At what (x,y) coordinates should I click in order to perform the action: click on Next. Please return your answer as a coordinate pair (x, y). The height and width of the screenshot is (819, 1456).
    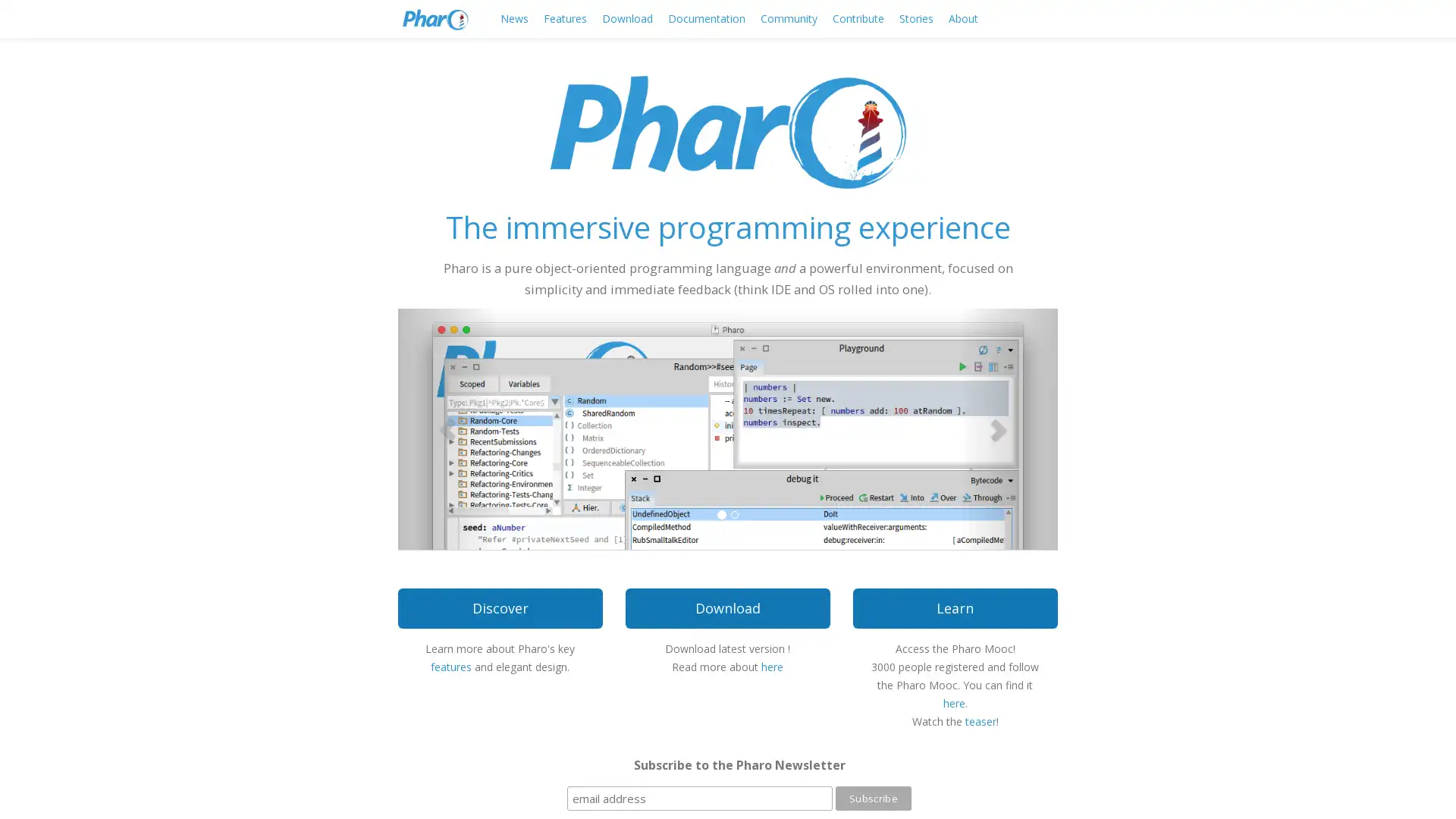
    Looking at the image, I should click on (1008, 428).